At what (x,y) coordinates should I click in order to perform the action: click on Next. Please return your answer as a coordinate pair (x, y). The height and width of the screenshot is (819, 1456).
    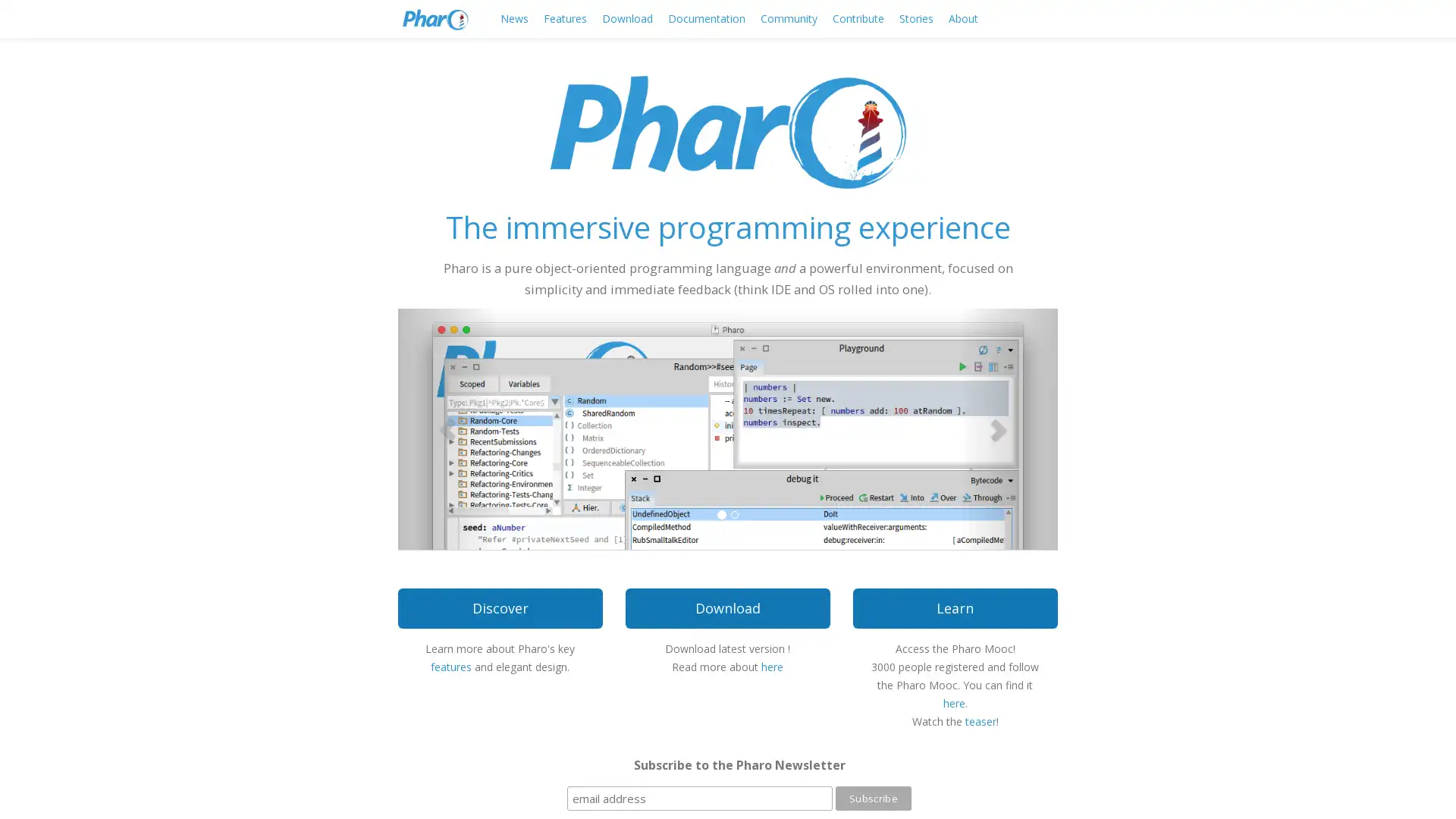
    Looking at the image, I should click on (1008, 428).